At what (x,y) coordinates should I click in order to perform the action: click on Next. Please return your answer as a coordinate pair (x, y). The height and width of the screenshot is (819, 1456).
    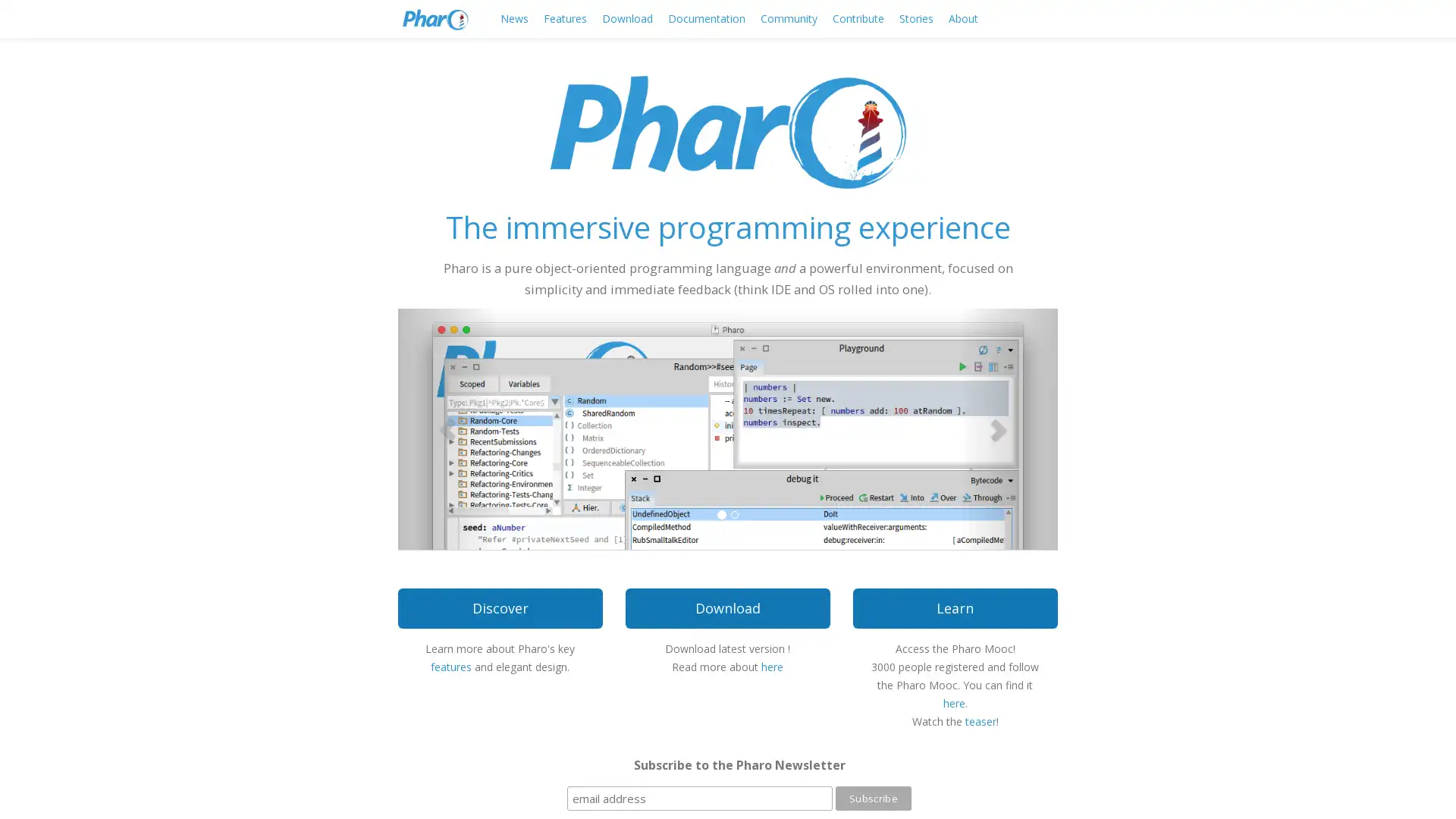
    Looking at the image, I should click on (1008, 428).